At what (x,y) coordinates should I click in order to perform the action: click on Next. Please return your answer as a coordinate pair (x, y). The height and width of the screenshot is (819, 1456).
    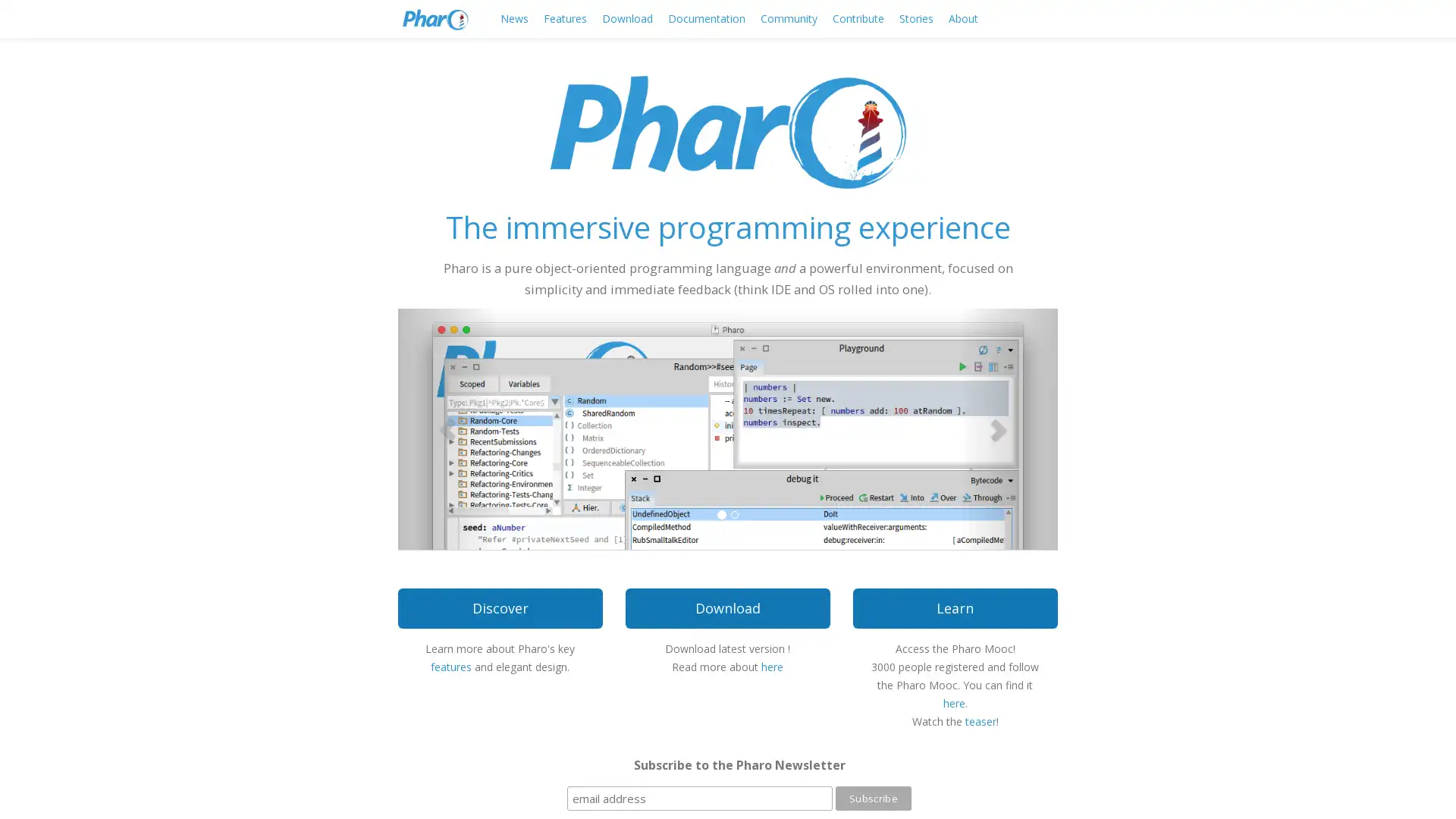
    Looking at the image, I should click on (1008, 428).